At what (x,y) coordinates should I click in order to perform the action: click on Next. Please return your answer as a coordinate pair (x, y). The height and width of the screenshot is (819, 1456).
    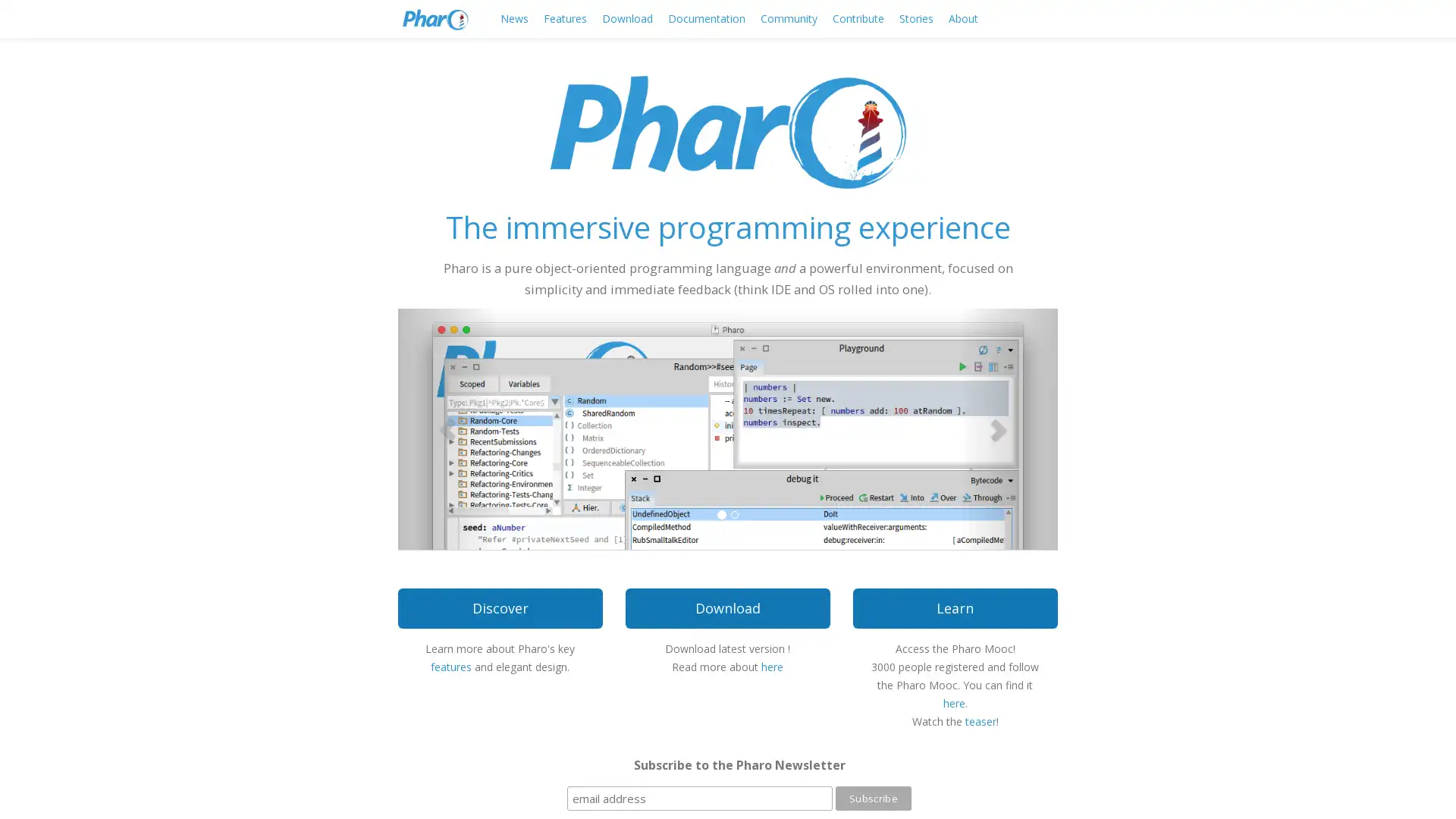
    Looking at the image, I should click on (1008, 428).